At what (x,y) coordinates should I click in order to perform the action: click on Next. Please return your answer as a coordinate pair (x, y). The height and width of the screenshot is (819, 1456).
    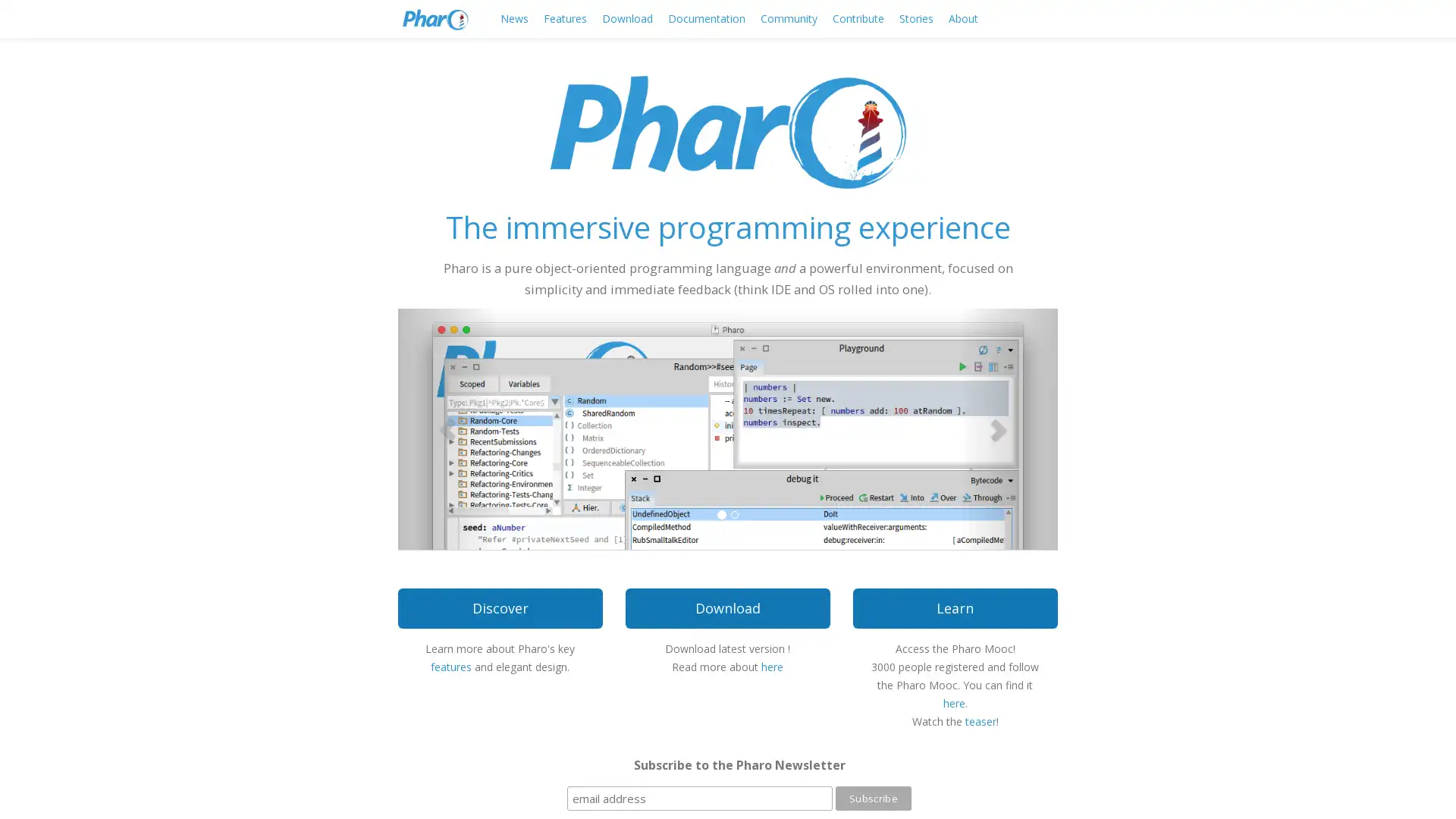
    Looking at the image, I should click on (1008, 428).